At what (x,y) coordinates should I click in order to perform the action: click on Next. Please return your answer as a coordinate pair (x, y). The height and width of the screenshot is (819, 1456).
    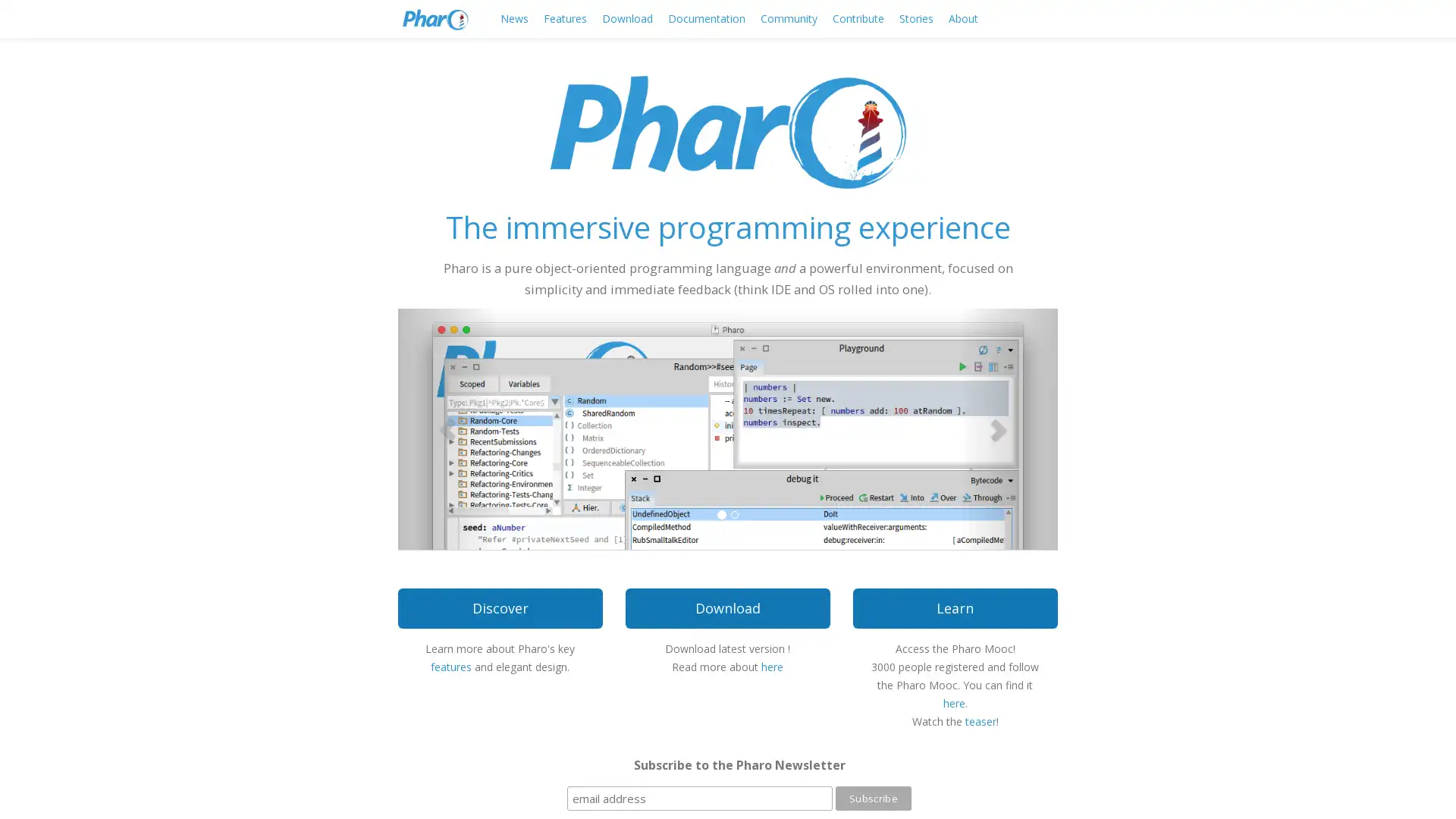
    Looking at the image, I should click on (1008, 428).